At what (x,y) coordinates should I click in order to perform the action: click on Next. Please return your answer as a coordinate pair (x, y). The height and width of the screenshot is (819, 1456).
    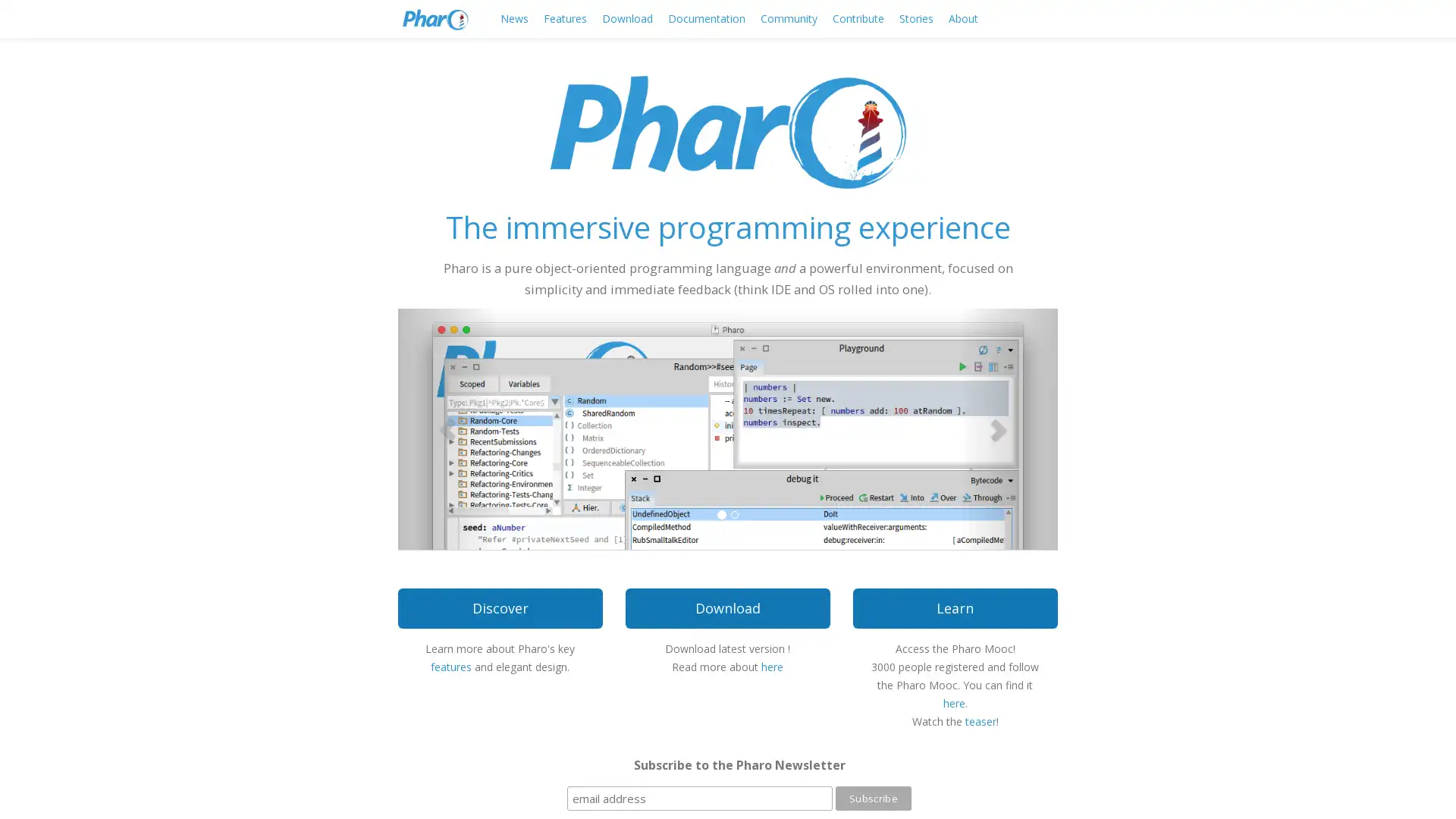
    Looking at the image, I should click on (1008, 428).